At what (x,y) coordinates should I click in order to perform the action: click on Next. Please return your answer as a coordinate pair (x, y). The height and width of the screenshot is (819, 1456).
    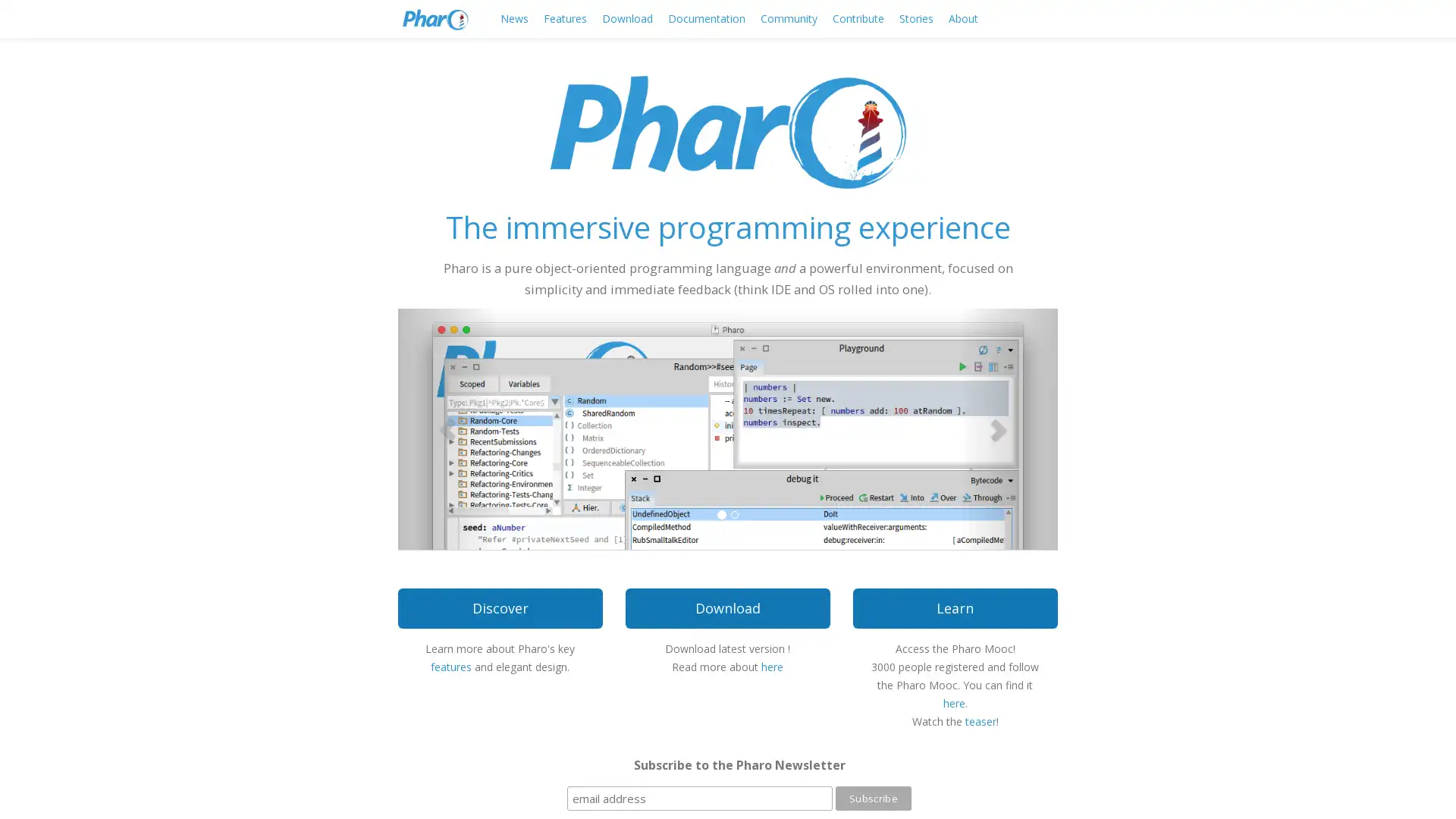
    Looking at the image, I should click on (1008, 428).